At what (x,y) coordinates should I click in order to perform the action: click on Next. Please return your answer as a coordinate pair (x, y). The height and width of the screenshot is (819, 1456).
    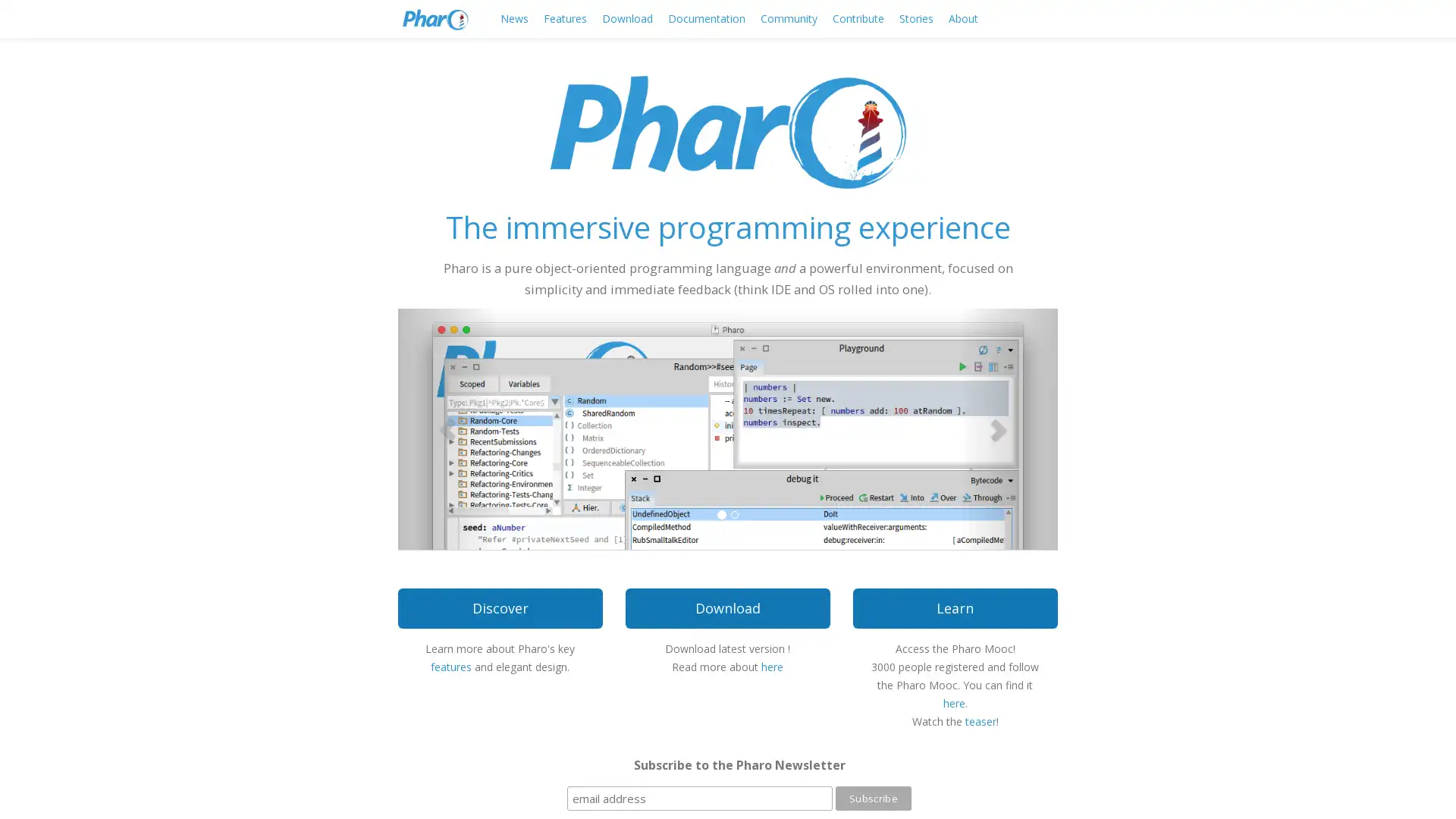
    Looking at the image, I should click on (1008, 428).